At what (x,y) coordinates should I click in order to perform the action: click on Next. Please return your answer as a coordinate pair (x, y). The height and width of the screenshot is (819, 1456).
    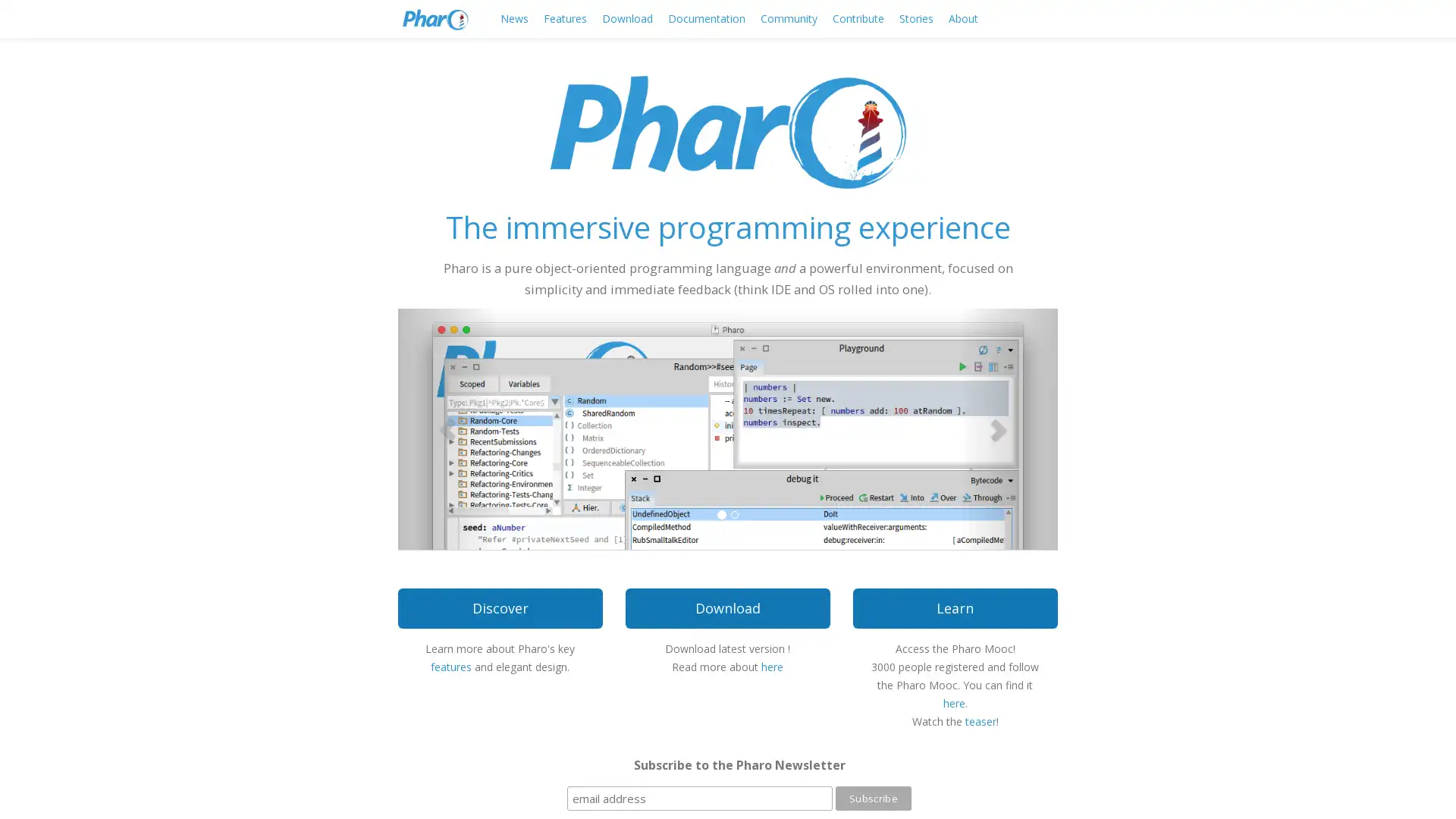
    Looking at the image, I should click on (1008, 428).